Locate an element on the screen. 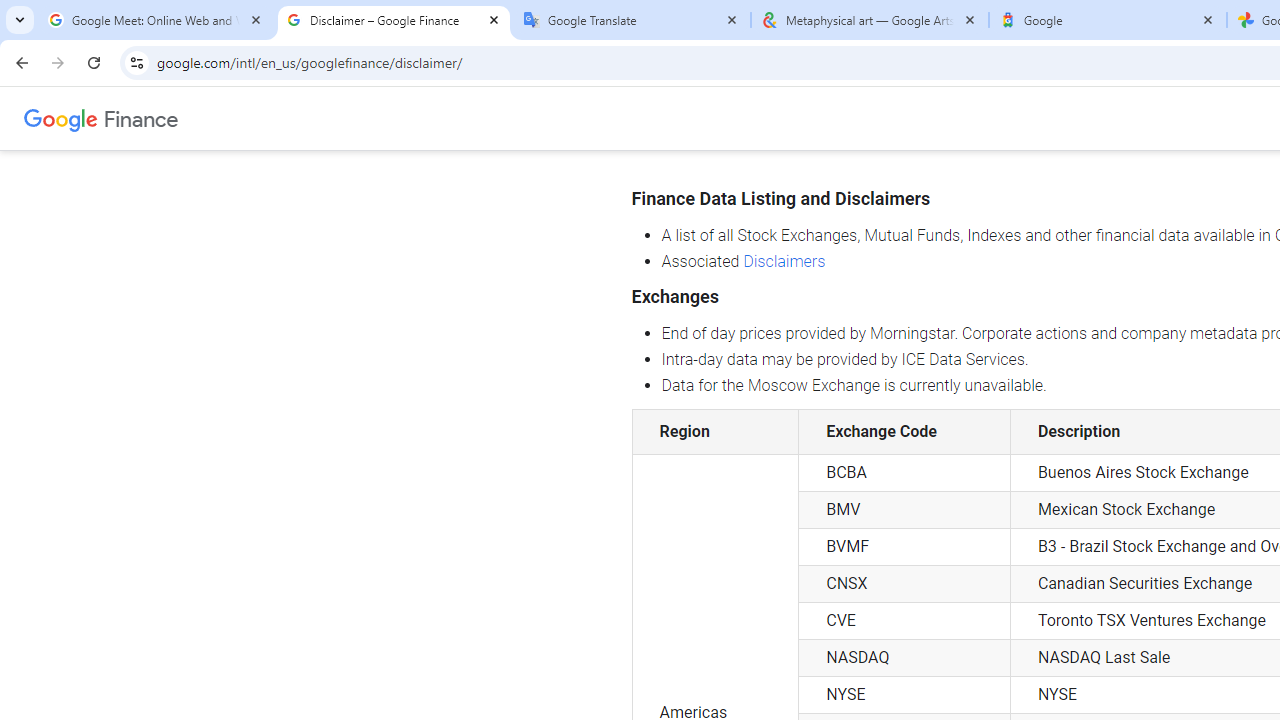 The image size is (1280, 720). 'CNSX' is located at coordinates (903, 584).